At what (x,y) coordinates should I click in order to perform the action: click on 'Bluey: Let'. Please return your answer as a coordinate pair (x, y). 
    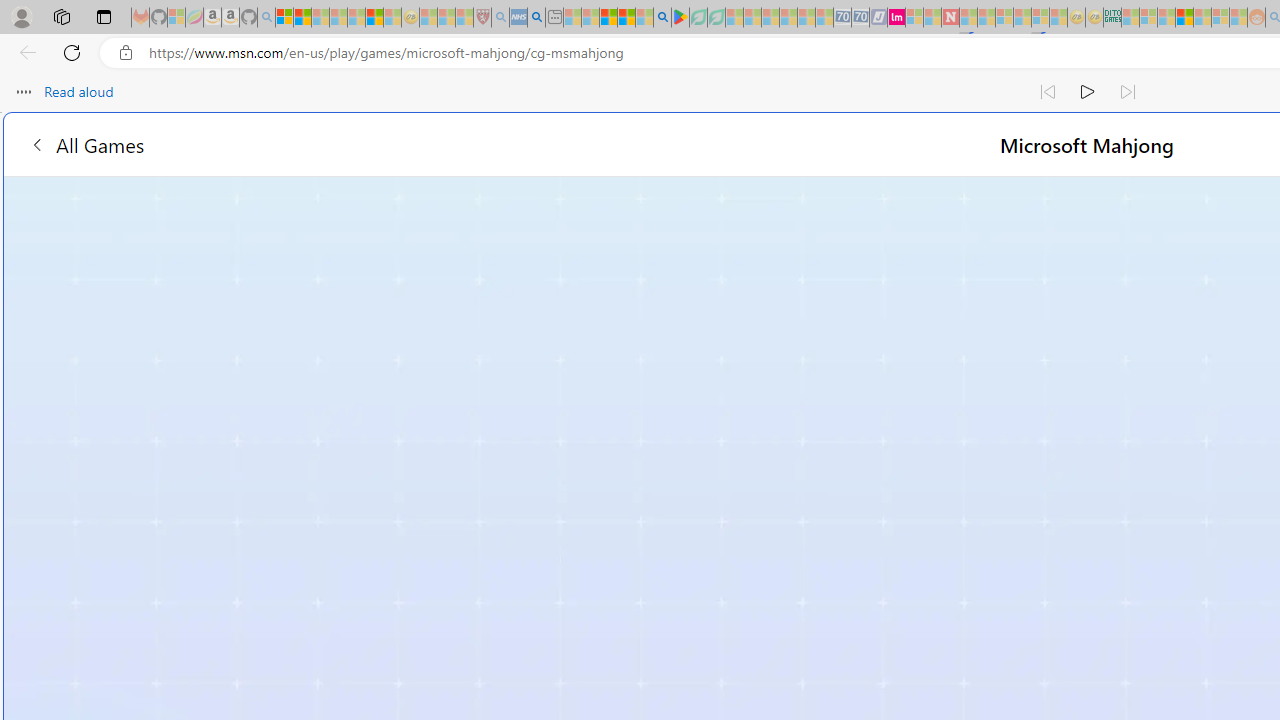
    Looking at the image, I should click on (680, 17).